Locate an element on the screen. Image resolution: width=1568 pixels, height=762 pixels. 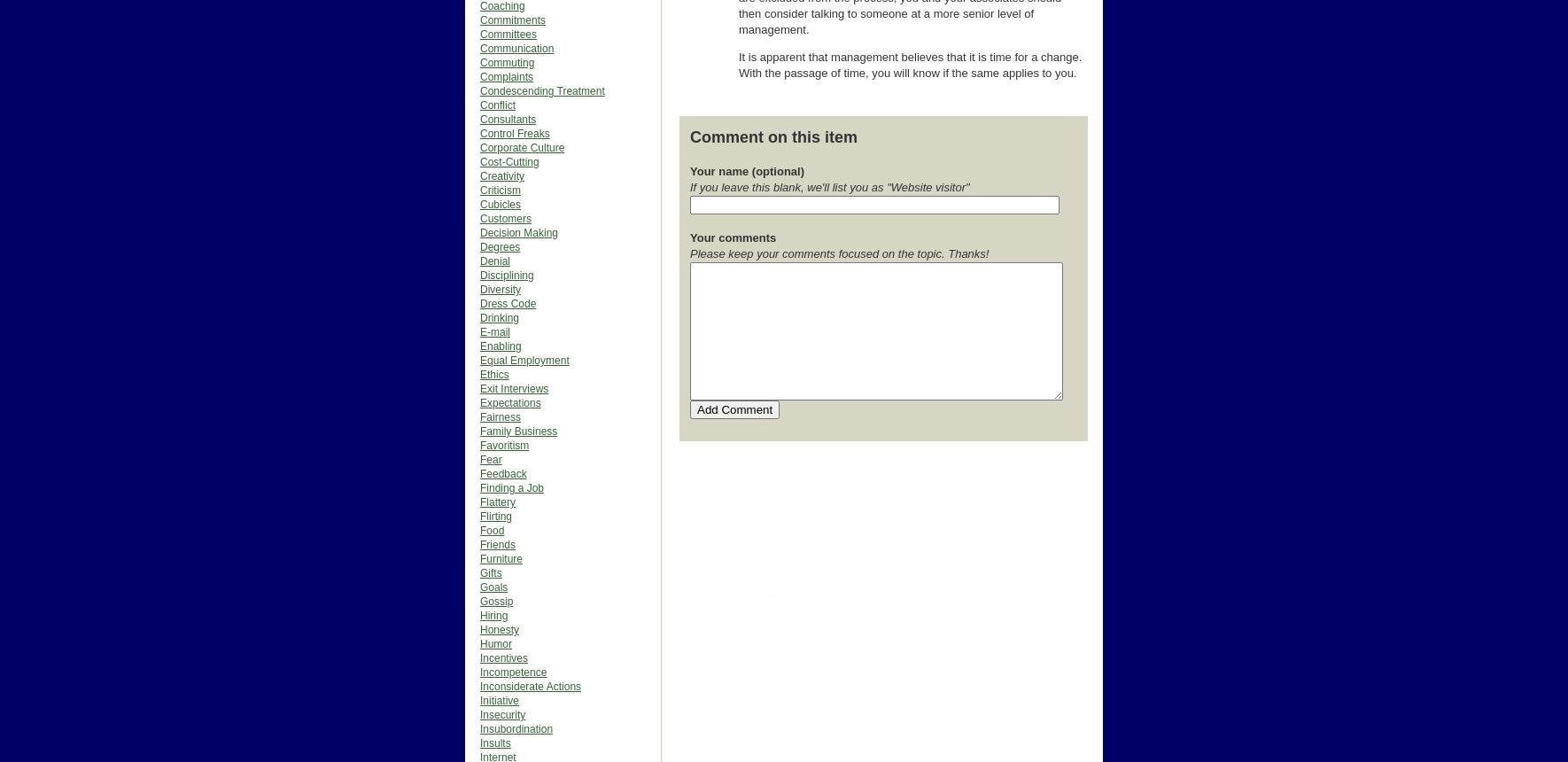
'Drinking' is located at coordinates (479, 317).